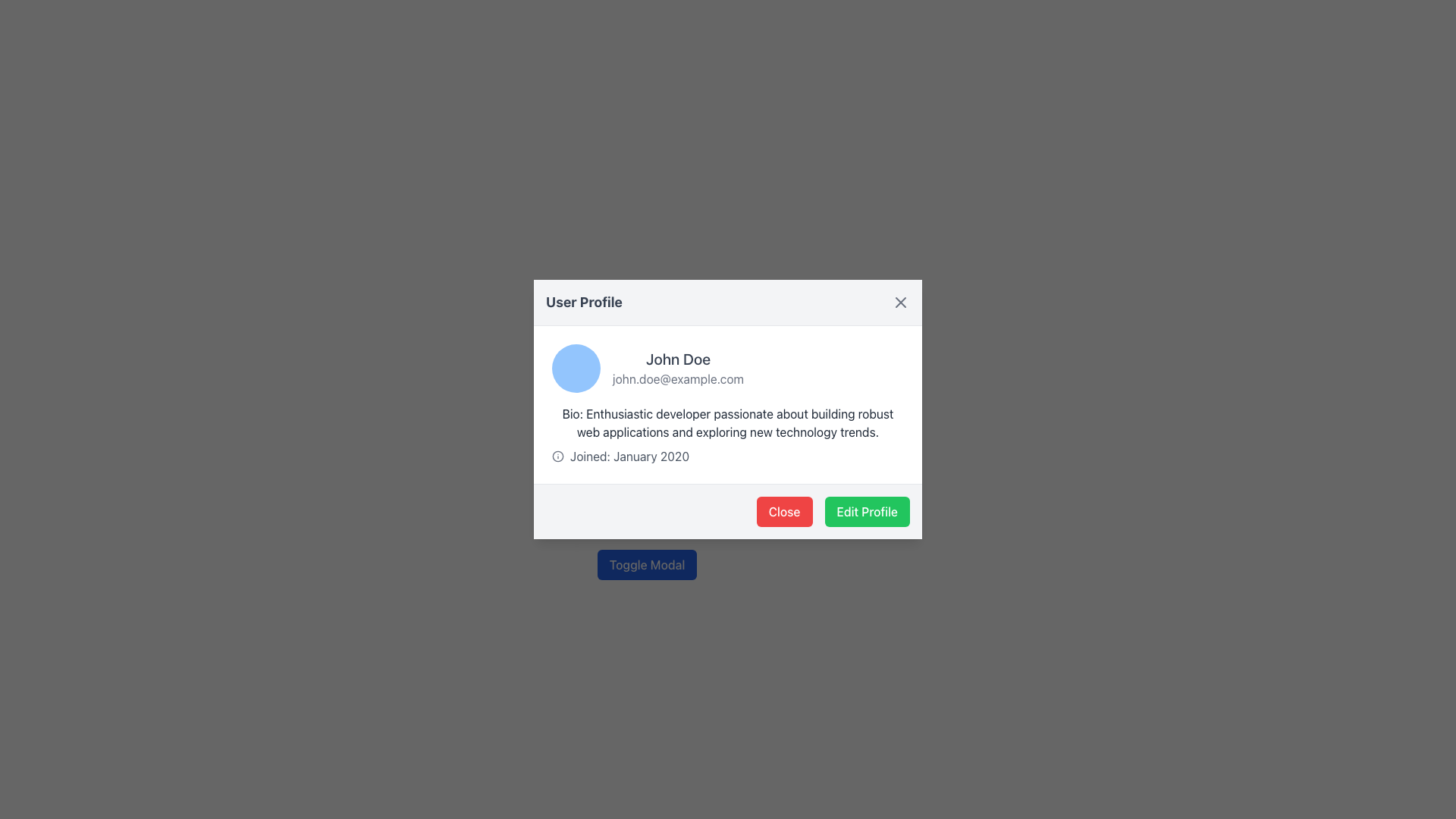 The width and height of the screenshot is (1456, 819). I want to click on the button in the upper-right corner of the modal dialog, so click(901, 302).